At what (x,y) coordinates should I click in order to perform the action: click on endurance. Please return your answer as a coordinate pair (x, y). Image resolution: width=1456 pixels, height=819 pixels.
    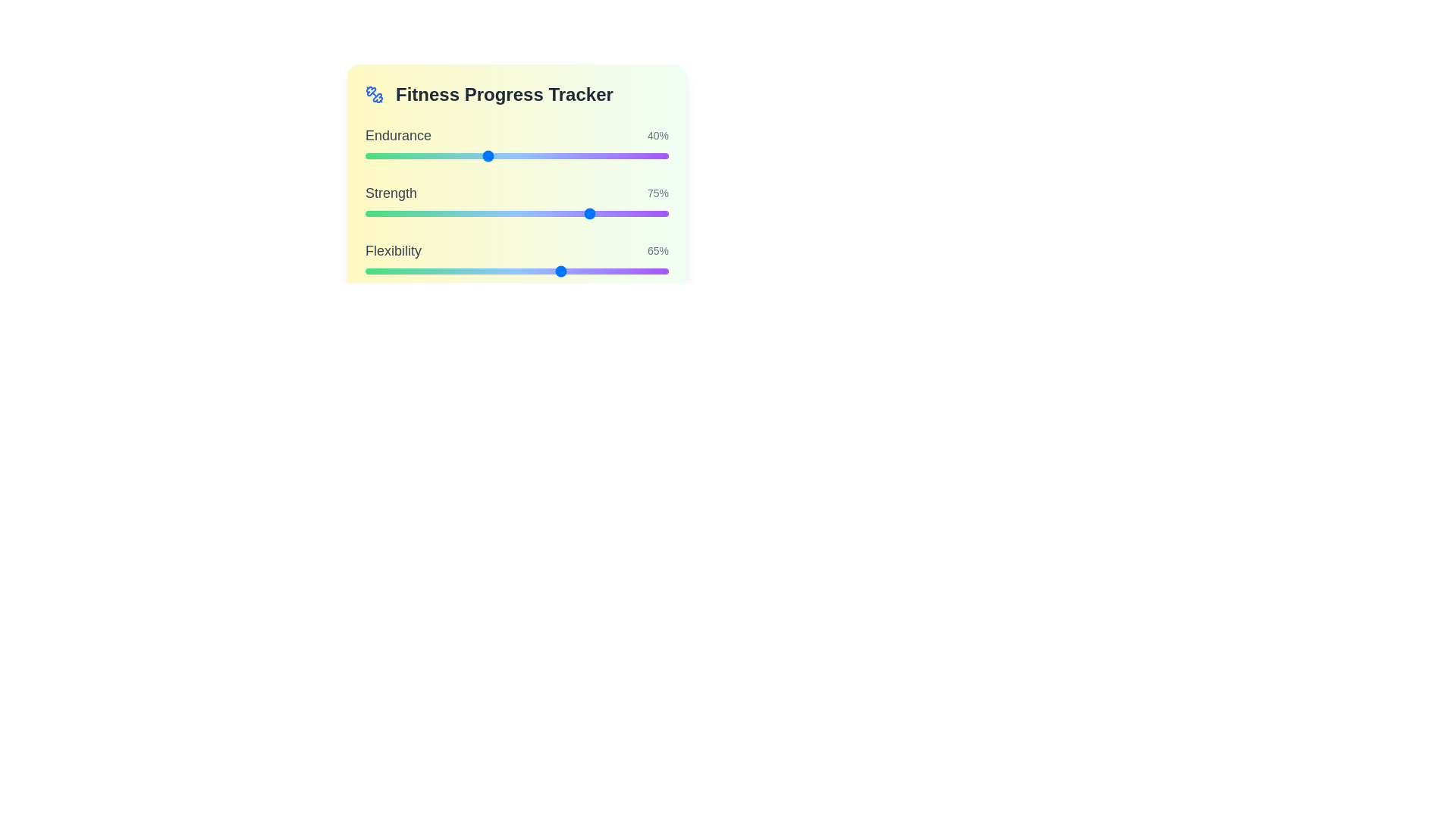
    Looking at the image, I should click on (425, 155).